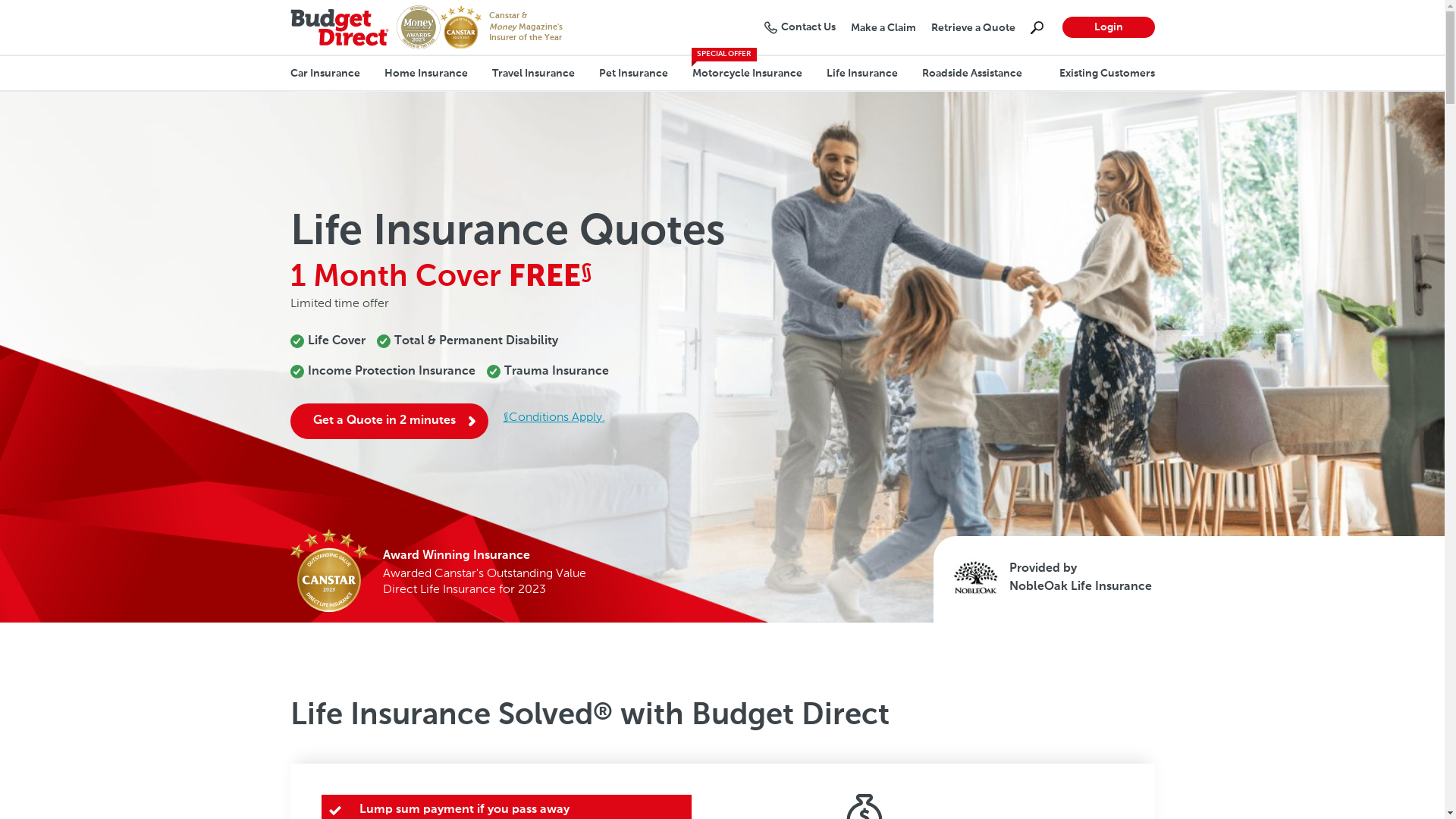 The width and height of the screenshot is (1456, 819). What do you see at coordinates (930, 28) in the screenshot?
I see `'Retrieve a Quote'` at bounding box center [930, 28].